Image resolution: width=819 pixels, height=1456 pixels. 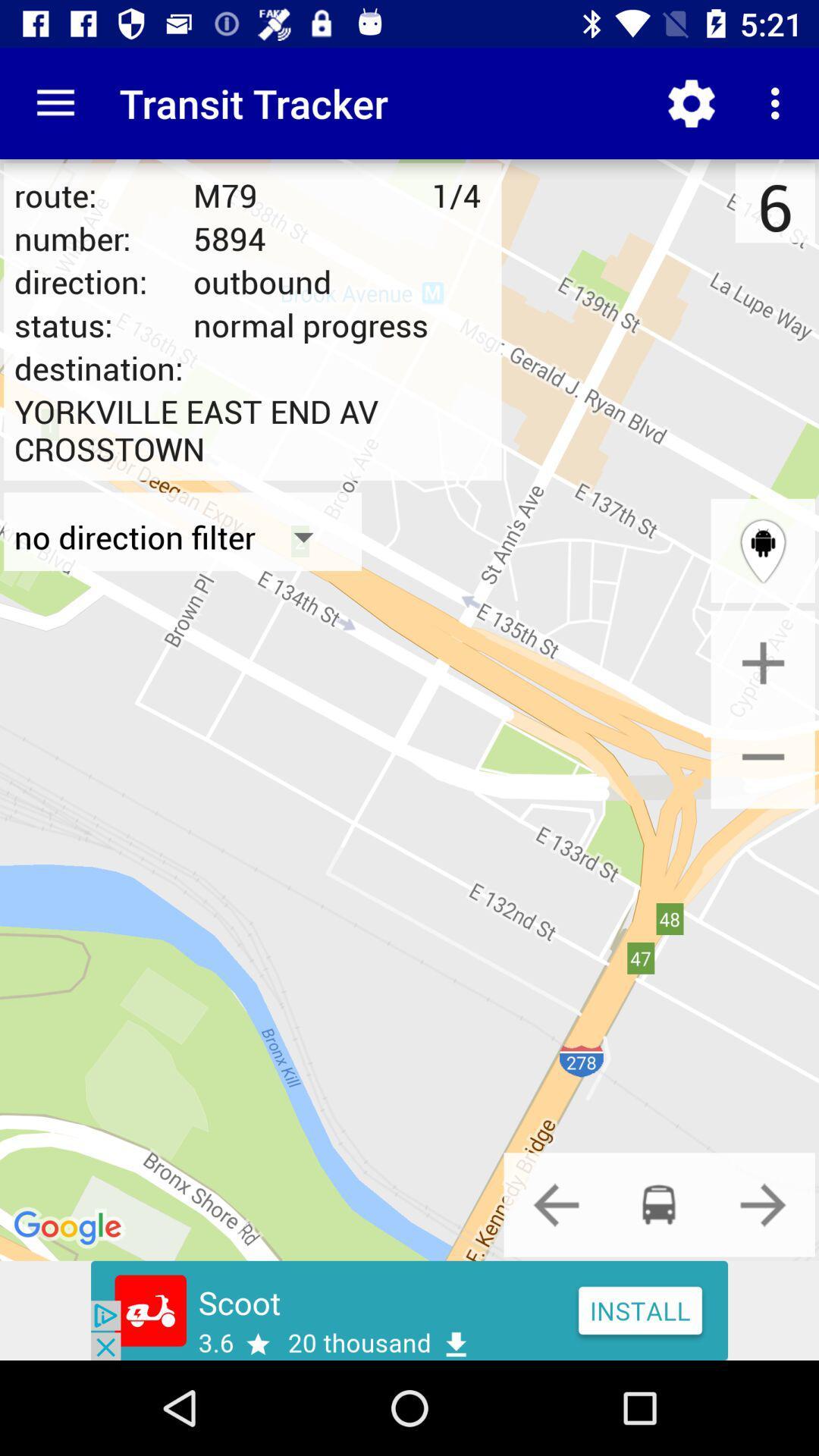 I want to click on the arrow_forward icon, so click(x=763, y=1203).